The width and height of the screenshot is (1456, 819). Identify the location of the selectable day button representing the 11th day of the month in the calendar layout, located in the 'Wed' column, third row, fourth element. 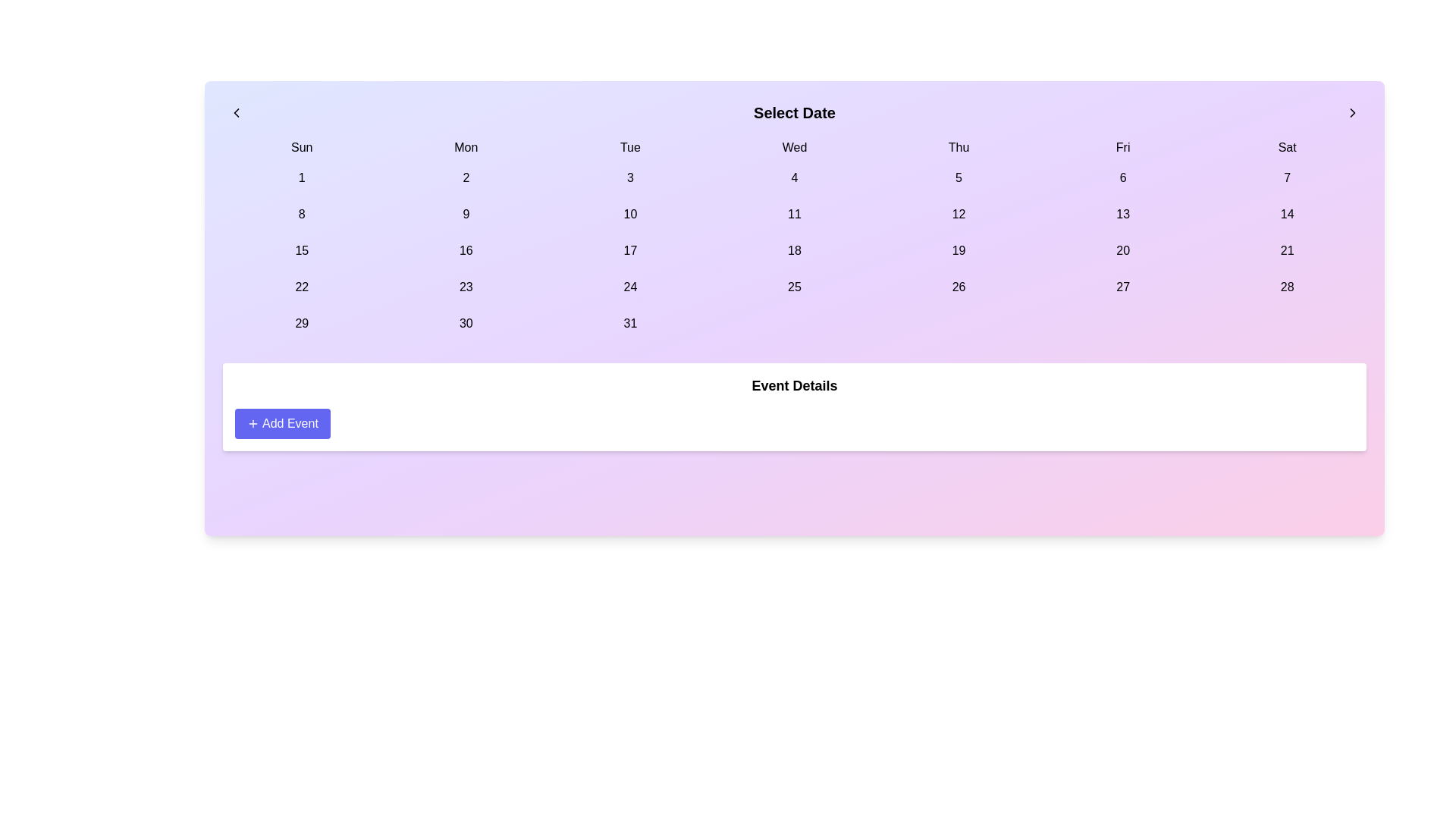
(793, 214).